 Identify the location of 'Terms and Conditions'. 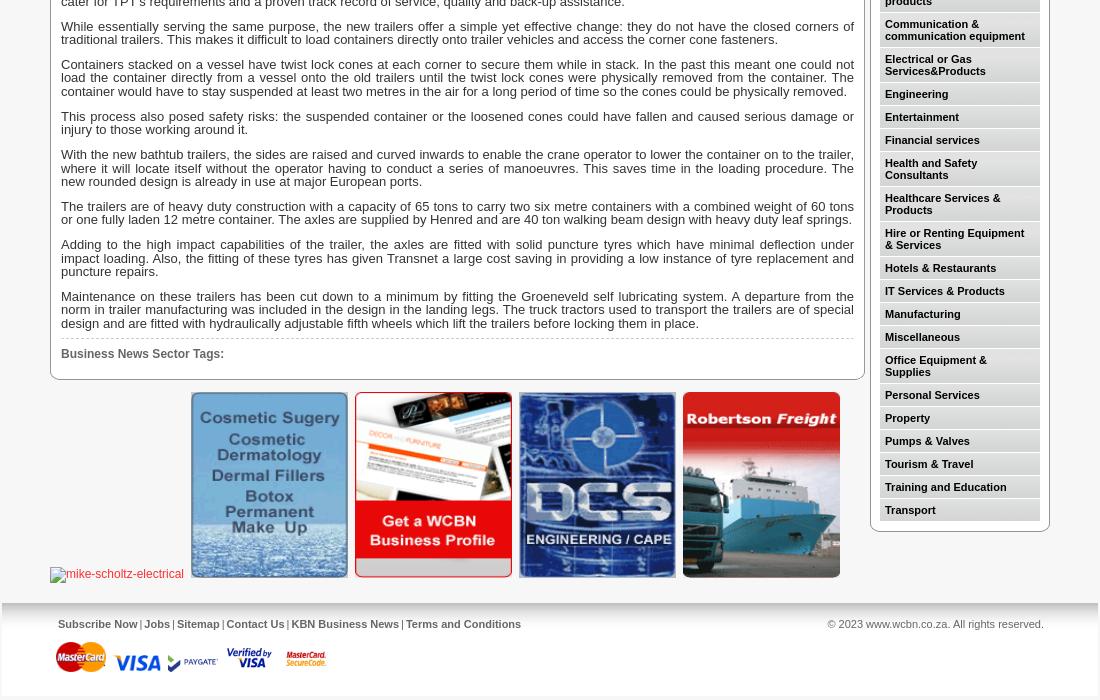
(461, 623).